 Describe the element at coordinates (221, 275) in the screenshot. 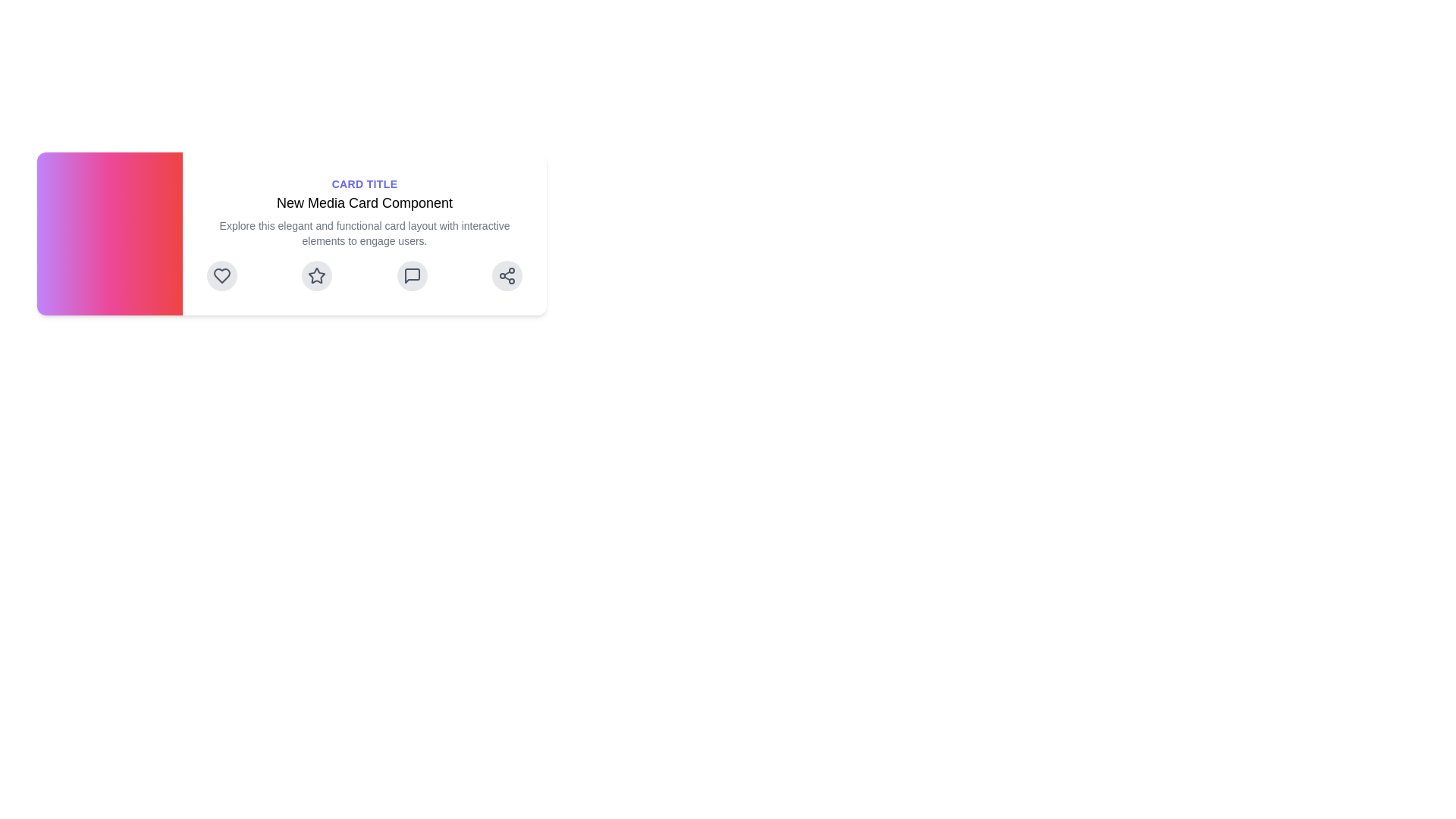

I see `the heart-shaped icon at the far left of the horizontal lineup to like or favorite it` at that location.